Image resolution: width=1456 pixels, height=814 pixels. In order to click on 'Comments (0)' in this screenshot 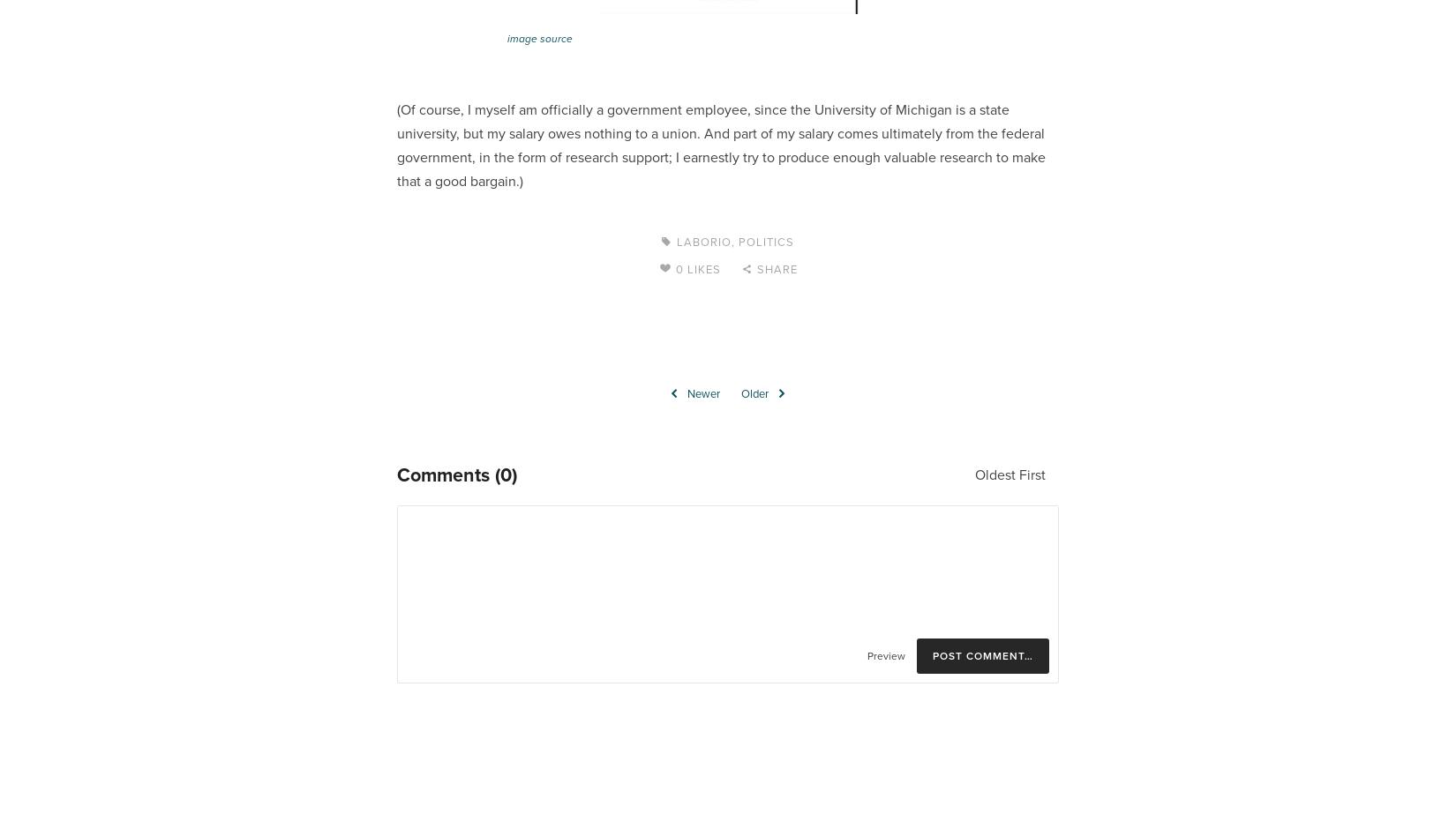, I will do `click(455, 474)`.